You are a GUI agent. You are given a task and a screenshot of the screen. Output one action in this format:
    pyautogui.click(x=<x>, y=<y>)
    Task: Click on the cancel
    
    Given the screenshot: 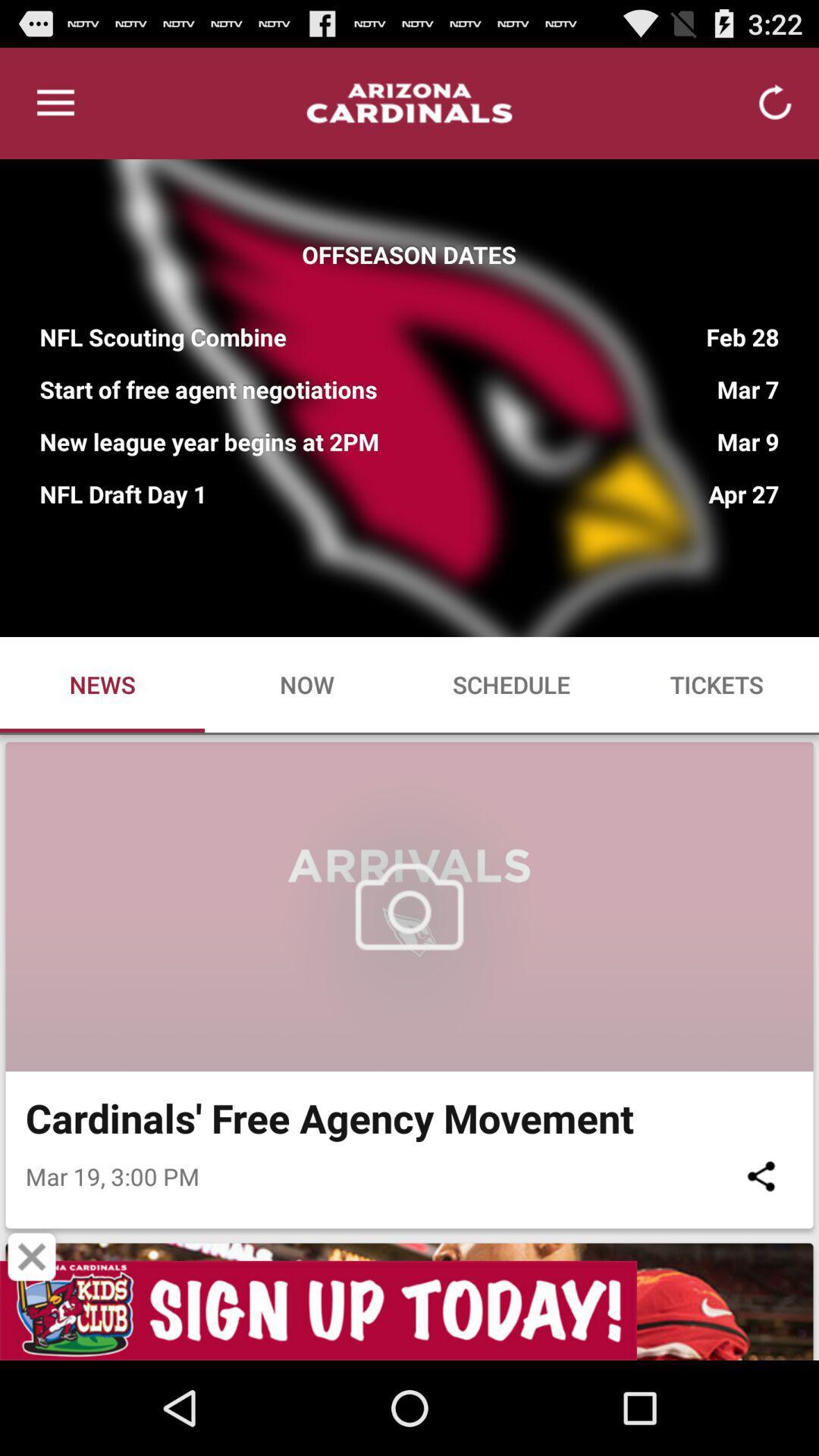 What is the action you would take?
    pyautogui.click(x=32, y=1257)
    